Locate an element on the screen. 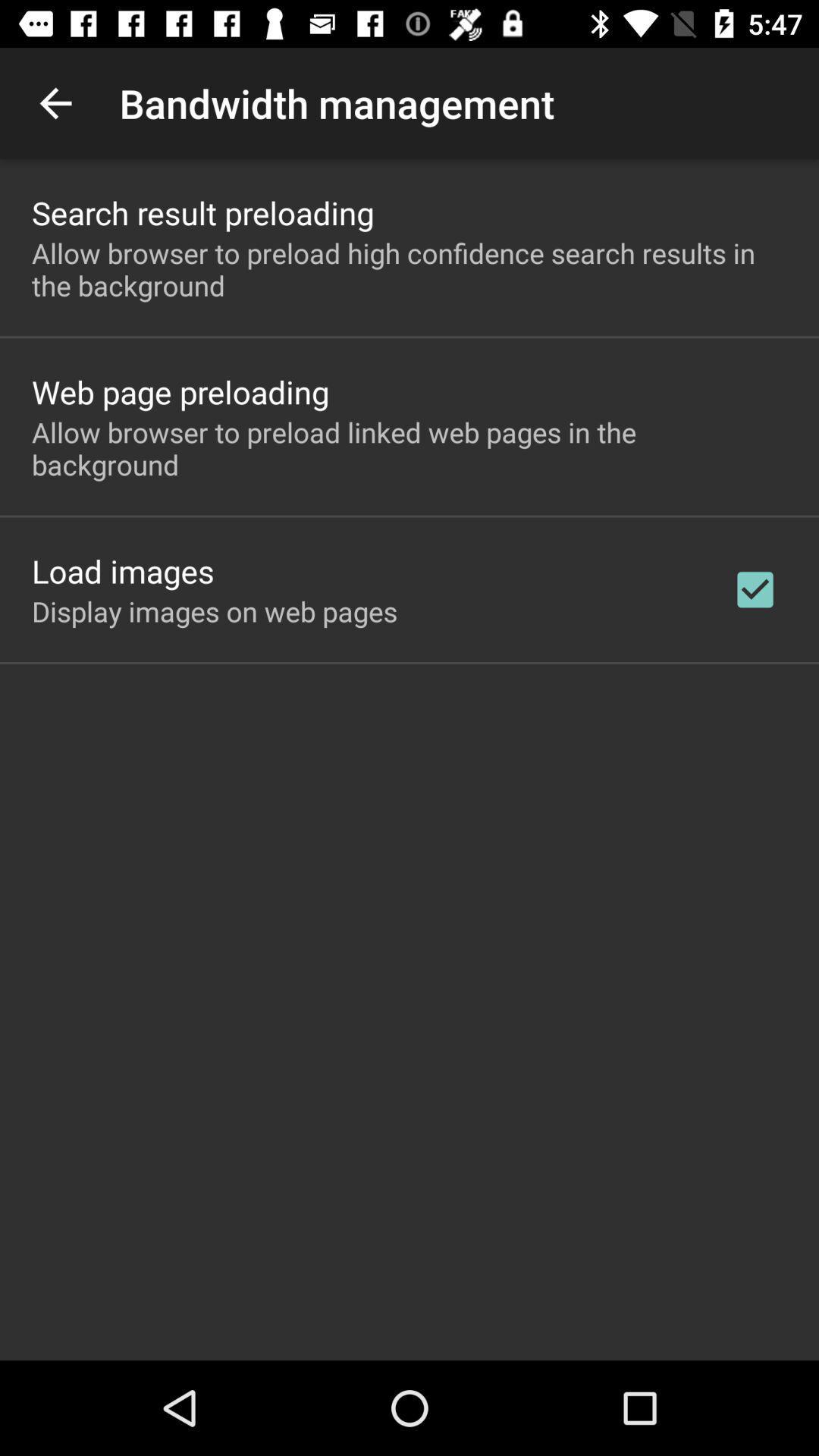 Image resolution: width=819 pixels, height=1456 pixels. the item below allow browser to is located at coordinates (180, 391).